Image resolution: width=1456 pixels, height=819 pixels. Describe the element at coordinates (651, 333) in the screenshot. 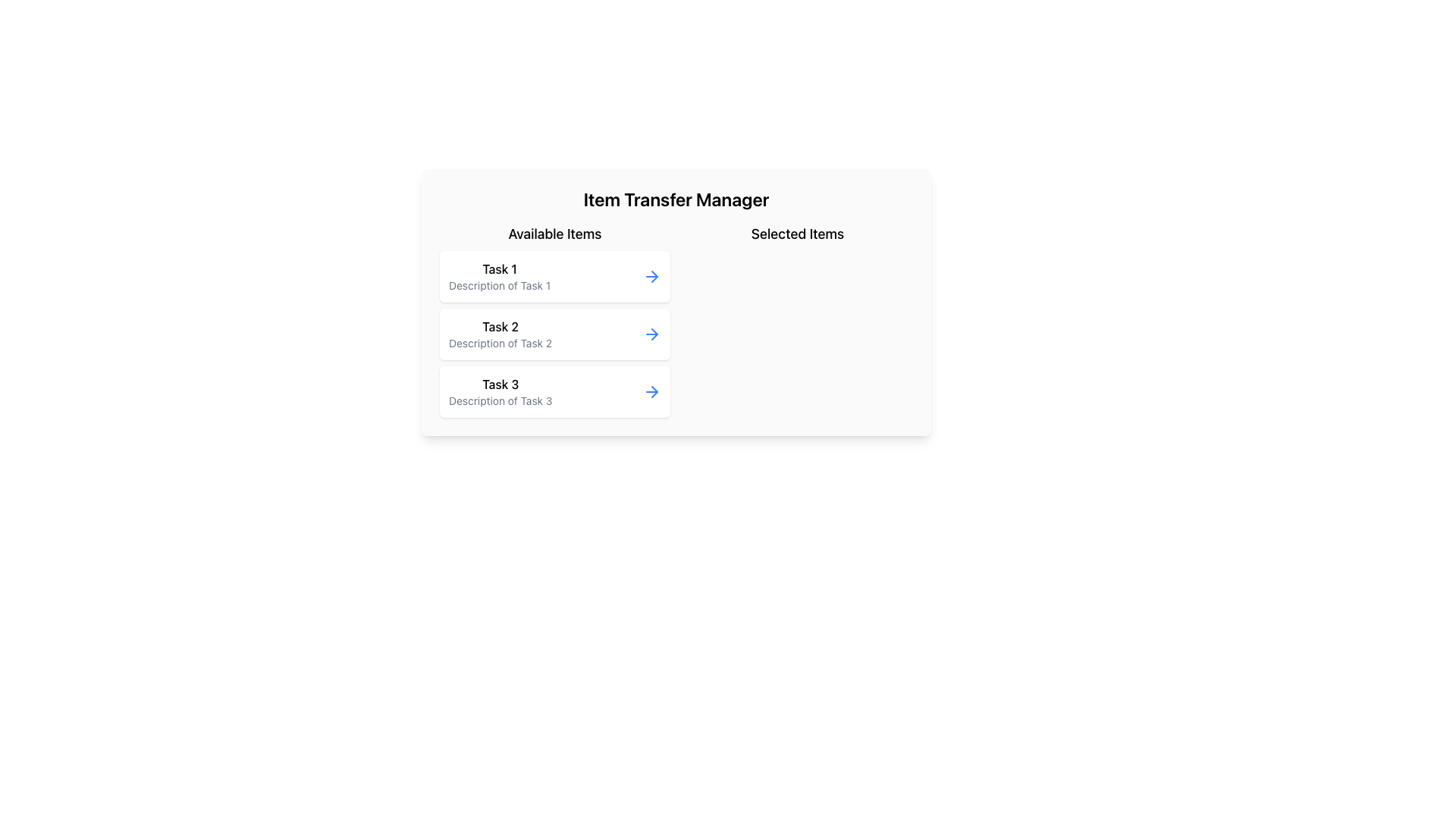

I see `the blue right-facing arrow icon button located in the 'Available Items' section next to 'Task 2' to potentially display a tooltip` at that location.